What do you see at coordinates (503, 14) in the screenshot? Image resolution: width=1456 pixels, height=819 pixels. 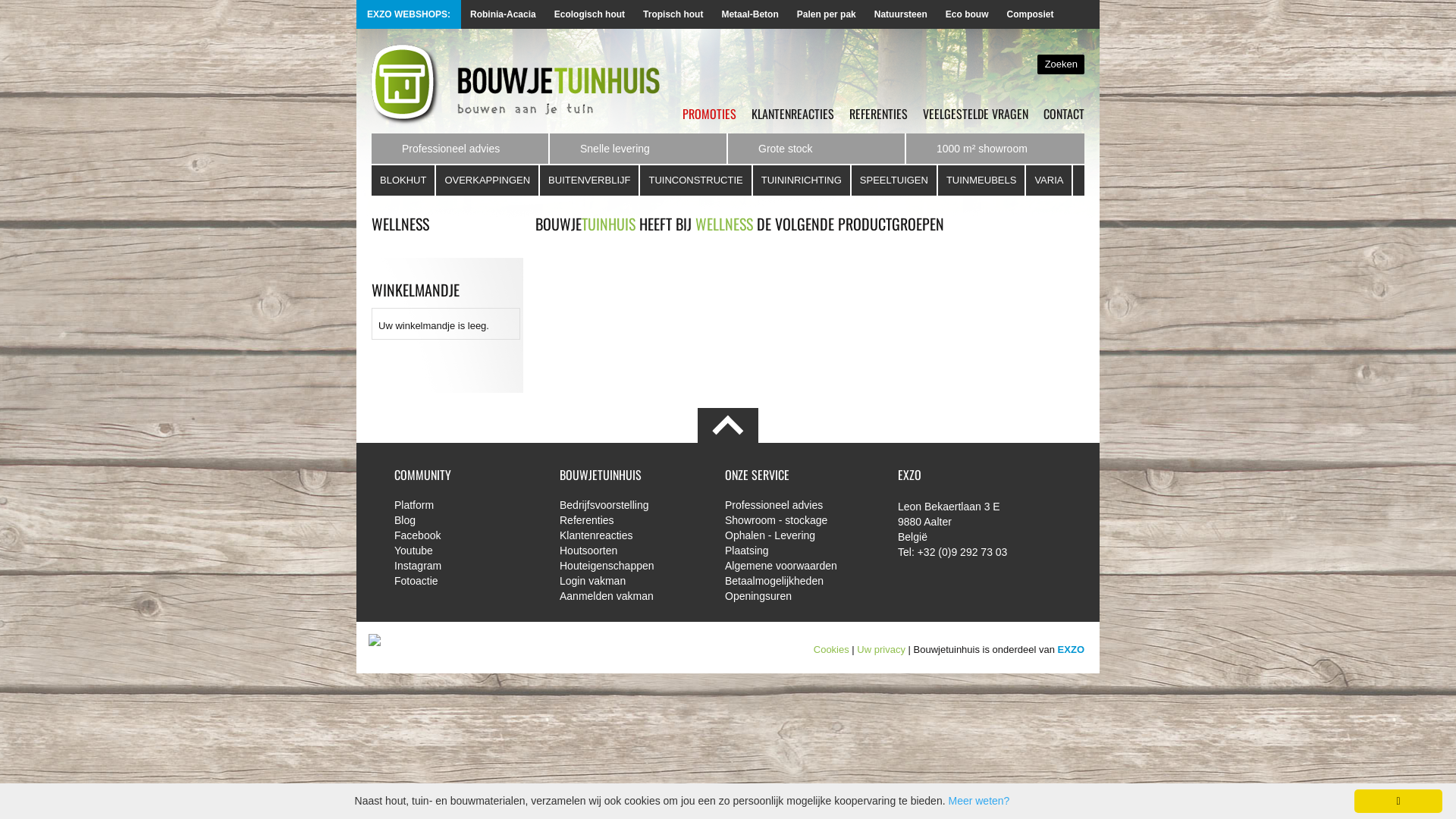 I see `'Robinia-Acacia'` at bounding box center [503, 14].